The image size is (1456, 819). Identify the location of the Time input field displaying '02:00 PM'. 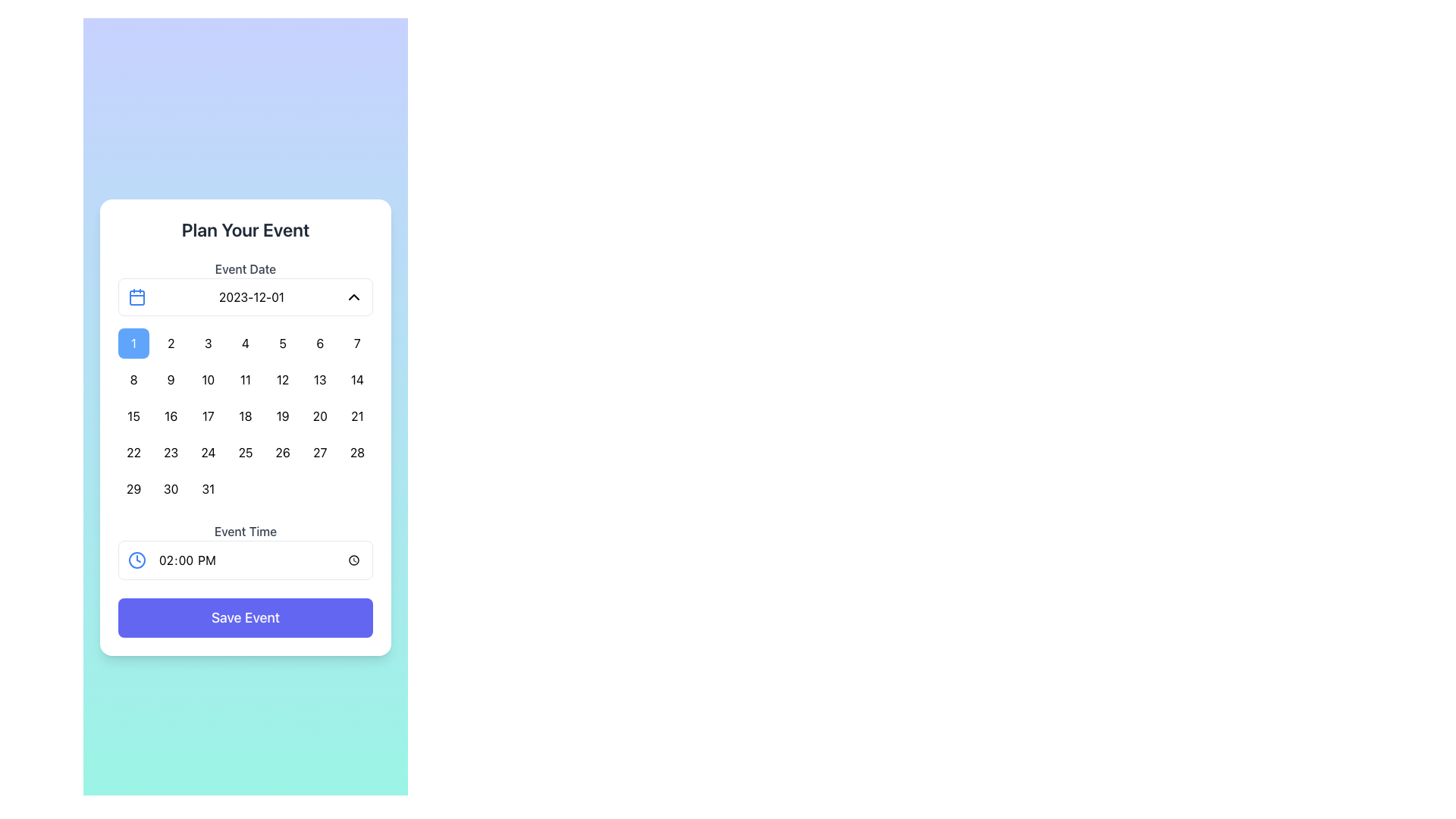
(261, 560).